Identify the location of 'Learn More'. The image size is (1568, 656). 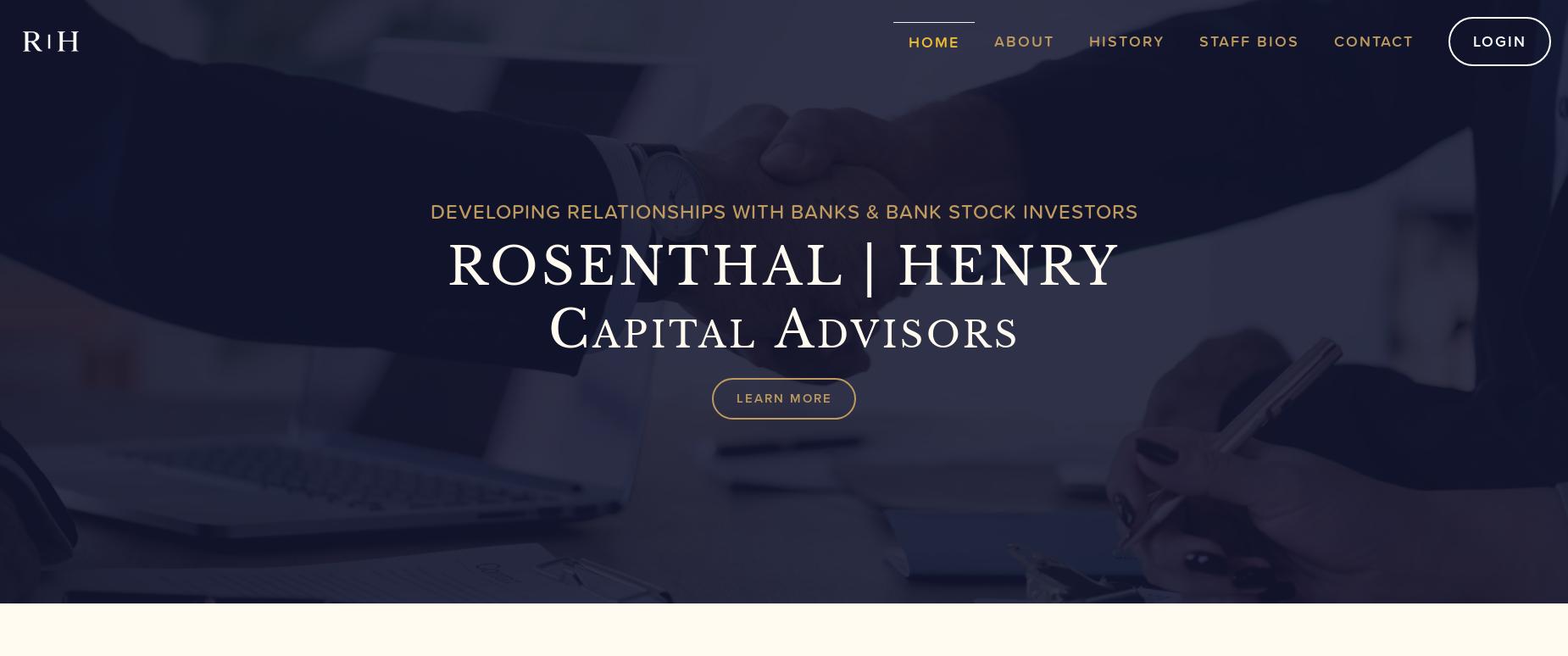
(783, 397).